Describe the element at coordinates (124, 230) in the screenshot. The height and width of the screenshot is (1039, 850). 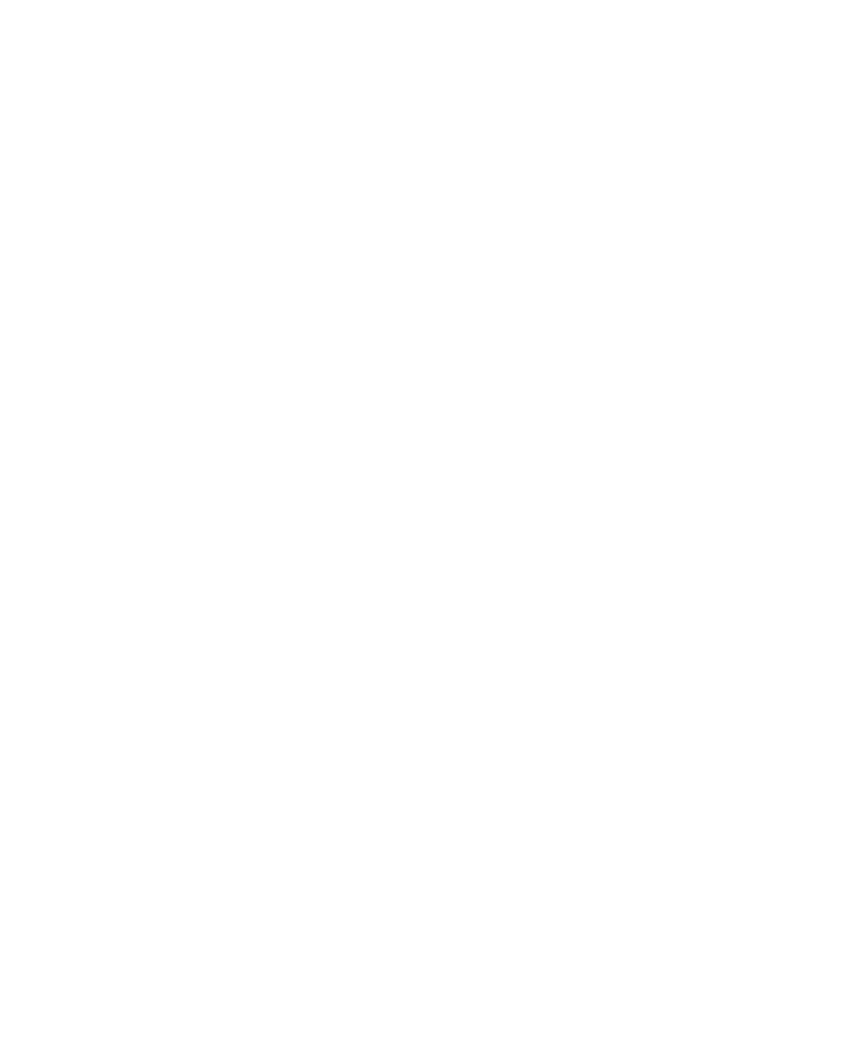
I see `'April 2020'` at that location.